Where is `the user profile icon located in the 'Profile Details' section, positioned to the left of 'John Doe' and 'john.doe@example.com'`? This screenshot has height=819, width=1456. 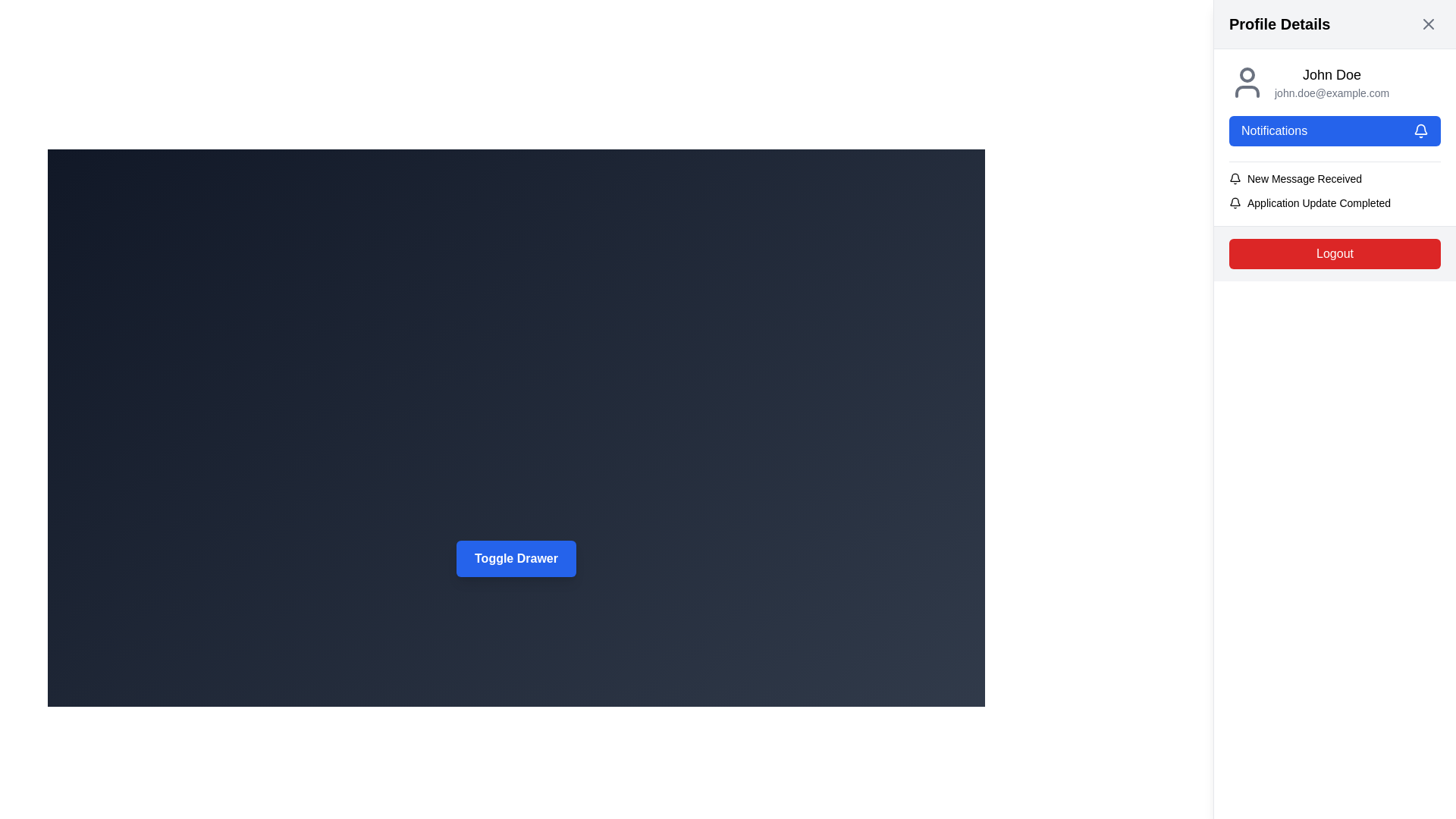 the user profile icon located in the 'Profile Details' section, positioned to the left of 'John Doe' and 'john.doe@example.com' is located at coordinates (1247, 82).